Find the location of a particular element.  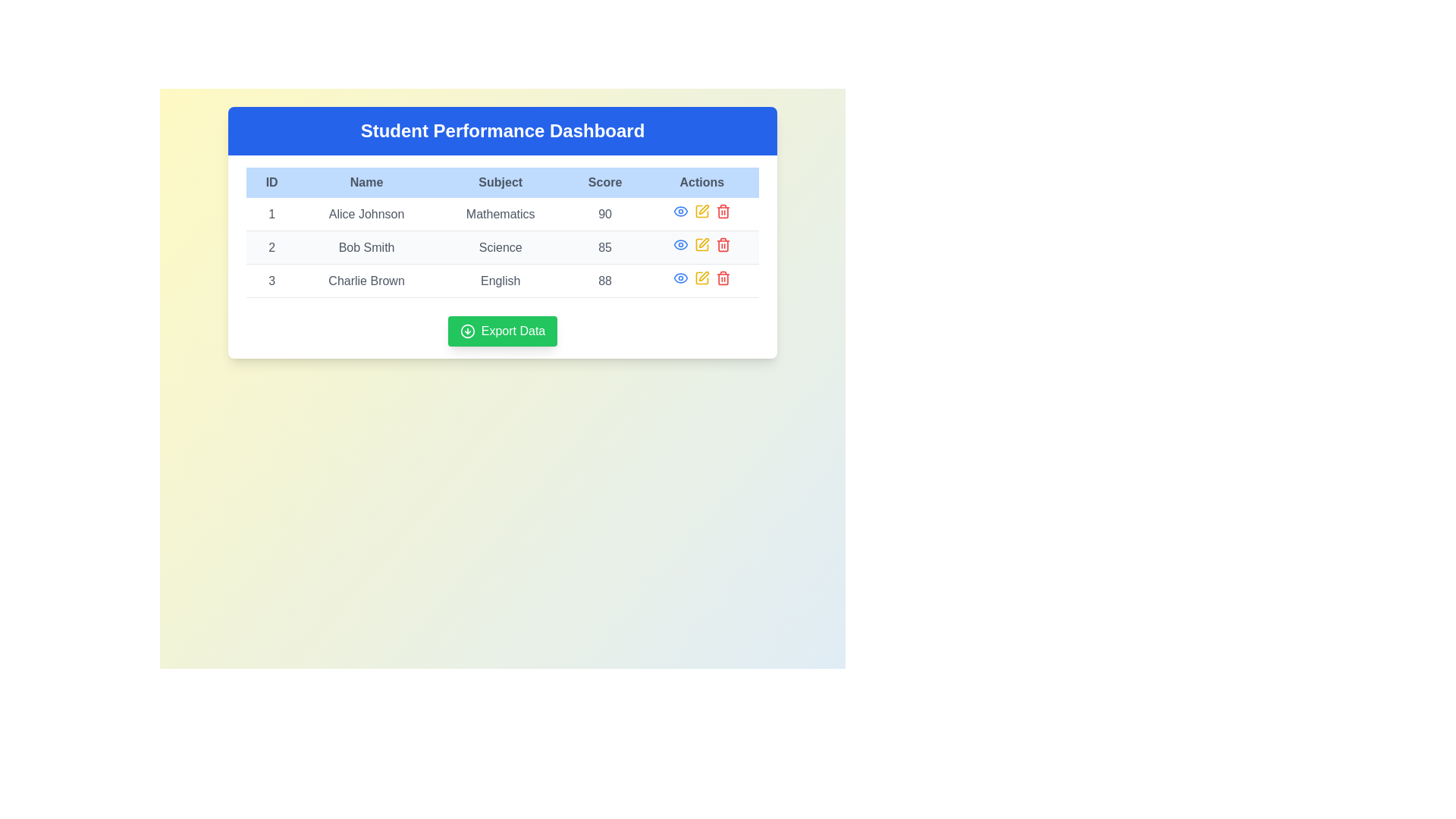

the red trash can icon button located in the fifth column of the Actions row, third row under the English subject is located at coordinates (722, 278).